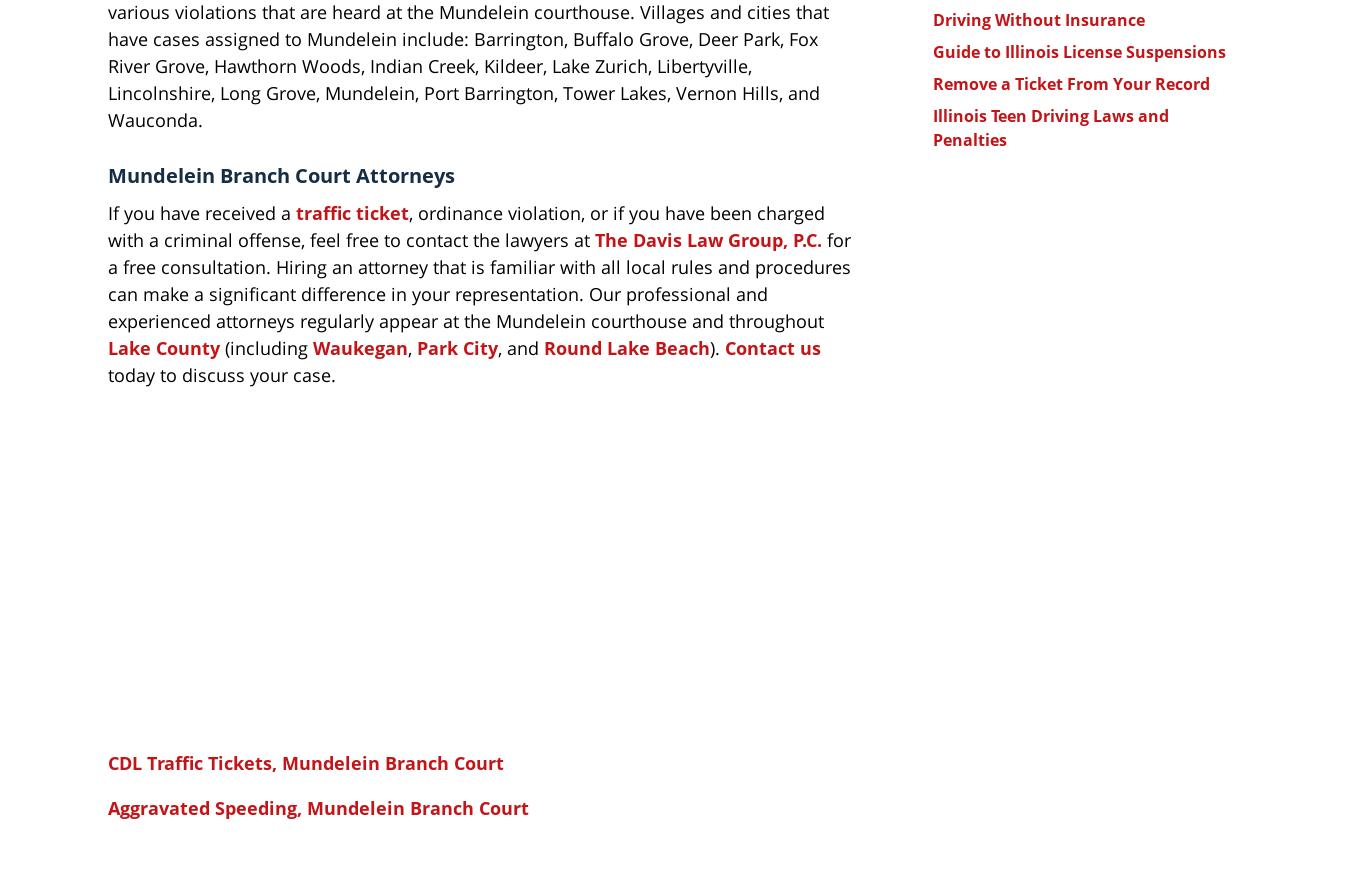 The width and height of the screenshot is (1366, 871). What do you see at coordinates (520, 346) in the screenshot?
I see `', and'` at bounding box center [520, 346].